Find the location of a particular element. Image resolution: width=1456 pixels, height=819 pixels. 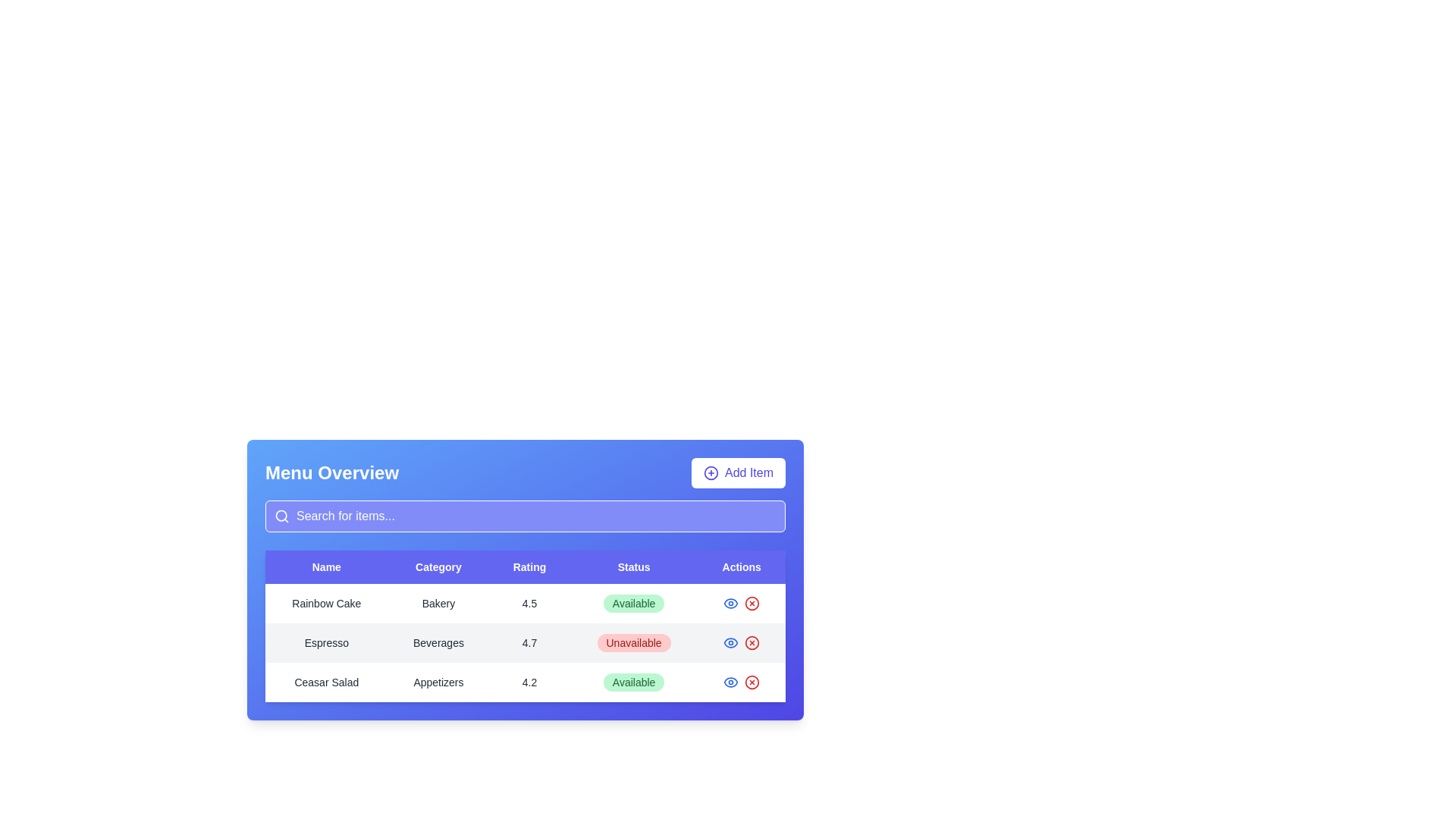

the static text label that serves as a header indicating the ratings for the menu items, located in the third column of the table header, between 'Category' and 'Status' is located at coordinates (529, 567).